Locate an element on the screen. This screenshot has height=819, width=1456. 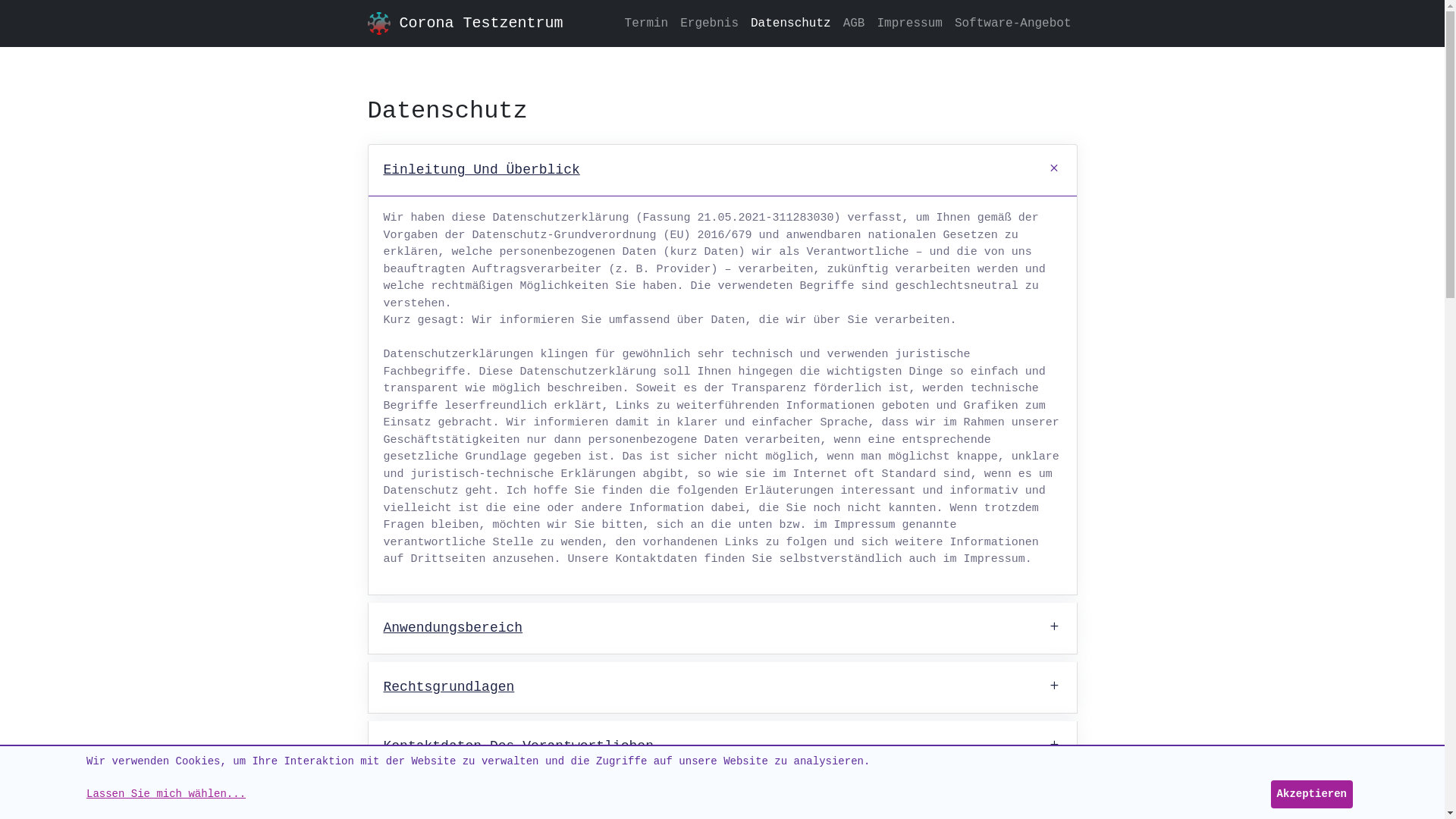
'Datenschutz' is located at coordinates (745, 23).